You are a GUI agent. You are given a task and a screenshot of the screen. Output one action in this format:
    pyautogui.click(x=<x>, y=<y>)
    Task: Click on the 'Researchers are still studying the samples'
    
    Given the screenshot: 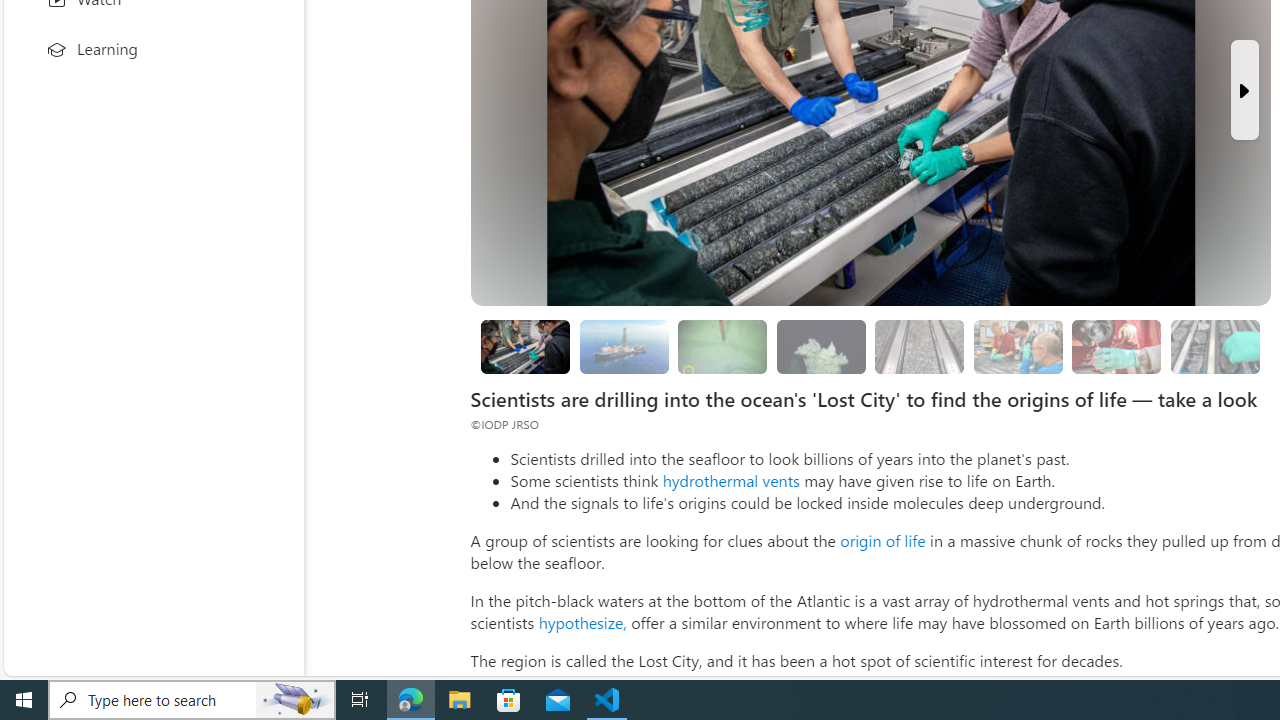 What is the action you would take?
    pyautogui.click(x=1214, y=346)
    